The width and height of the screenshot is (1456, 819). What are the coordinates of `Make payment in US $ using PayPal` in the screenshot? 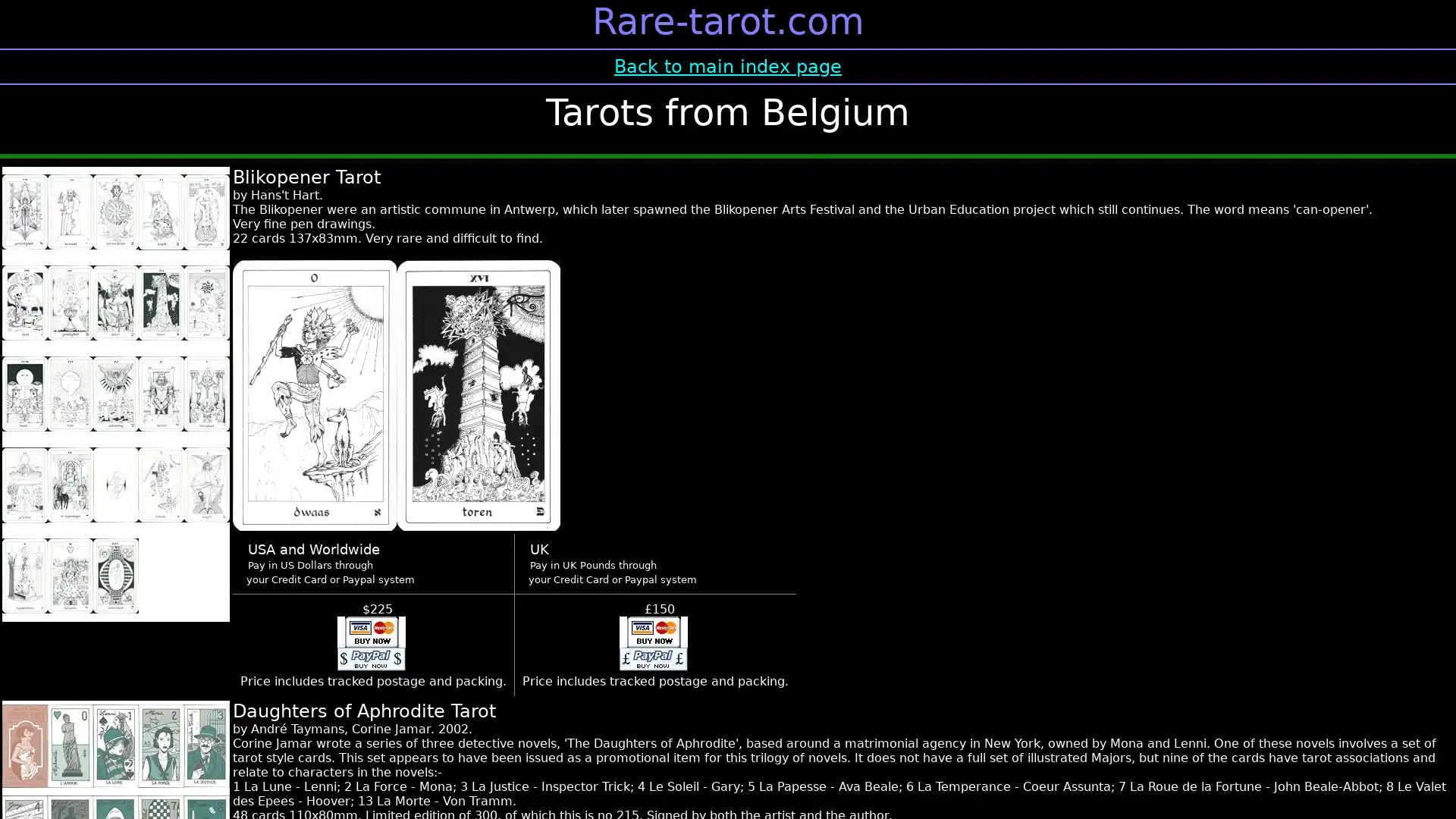 It's located at (371, 643).